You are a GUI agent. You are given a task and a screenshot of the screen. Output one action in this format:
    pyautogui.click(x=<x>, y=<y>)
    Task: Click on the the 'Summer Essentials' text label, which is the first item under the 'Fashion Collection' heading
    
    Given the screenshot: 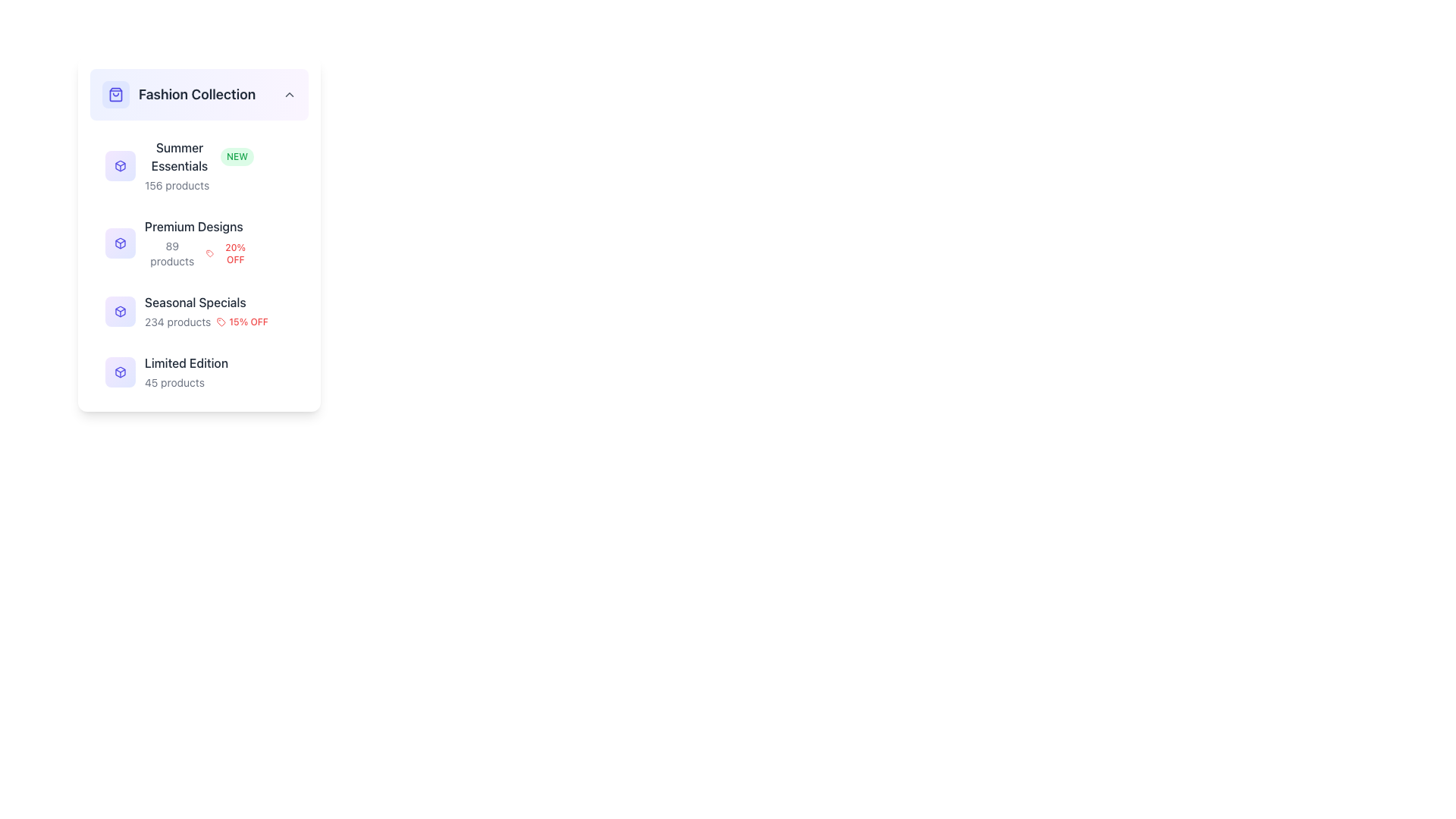 What is the action you would take?
    pyautogui.click(x=179, y=157)
    